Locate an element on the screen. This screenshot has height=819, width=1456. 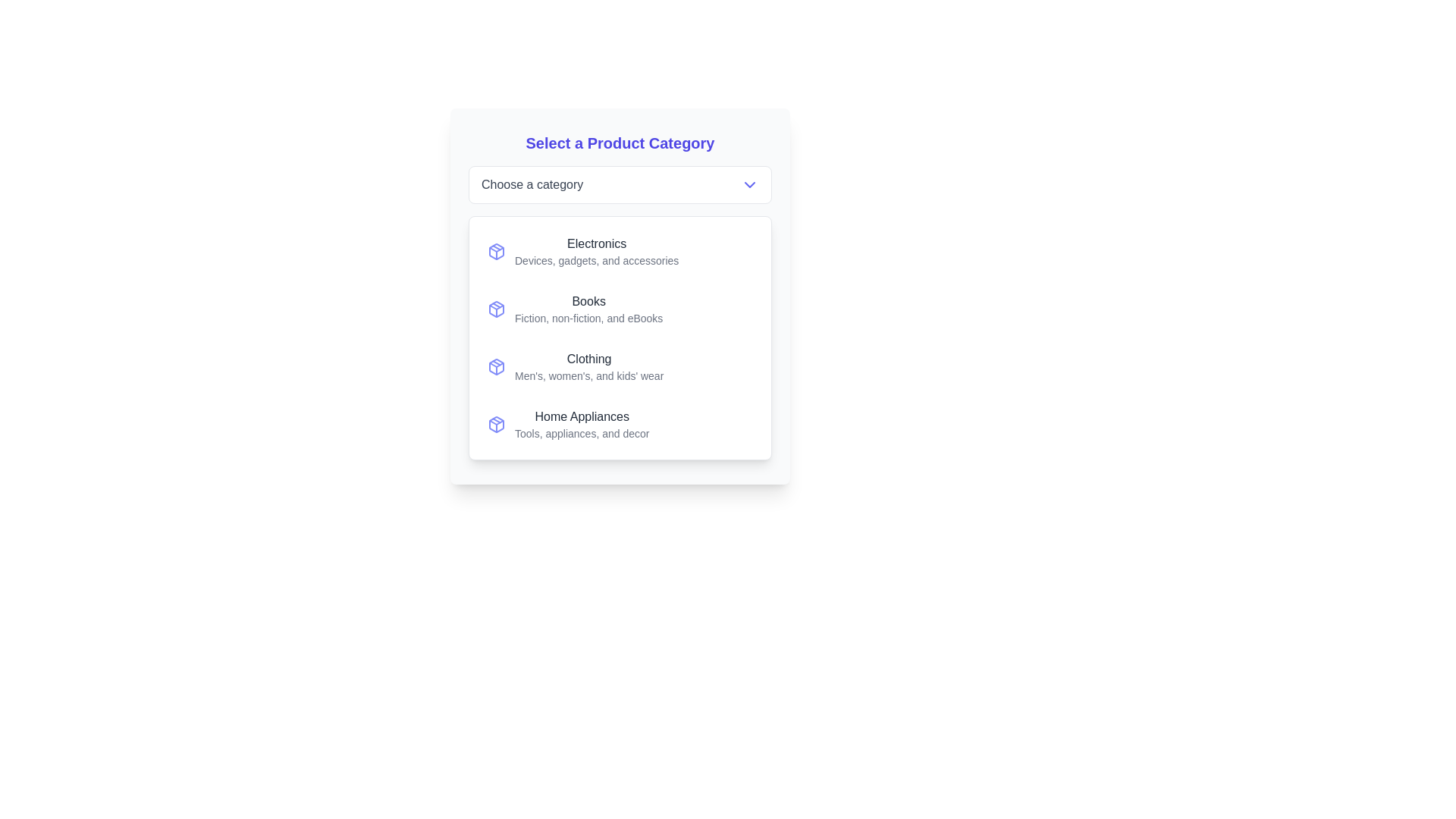
the list item element labeled 'Electronics' with an icon depicting a box is located at coordinates (596, 250).